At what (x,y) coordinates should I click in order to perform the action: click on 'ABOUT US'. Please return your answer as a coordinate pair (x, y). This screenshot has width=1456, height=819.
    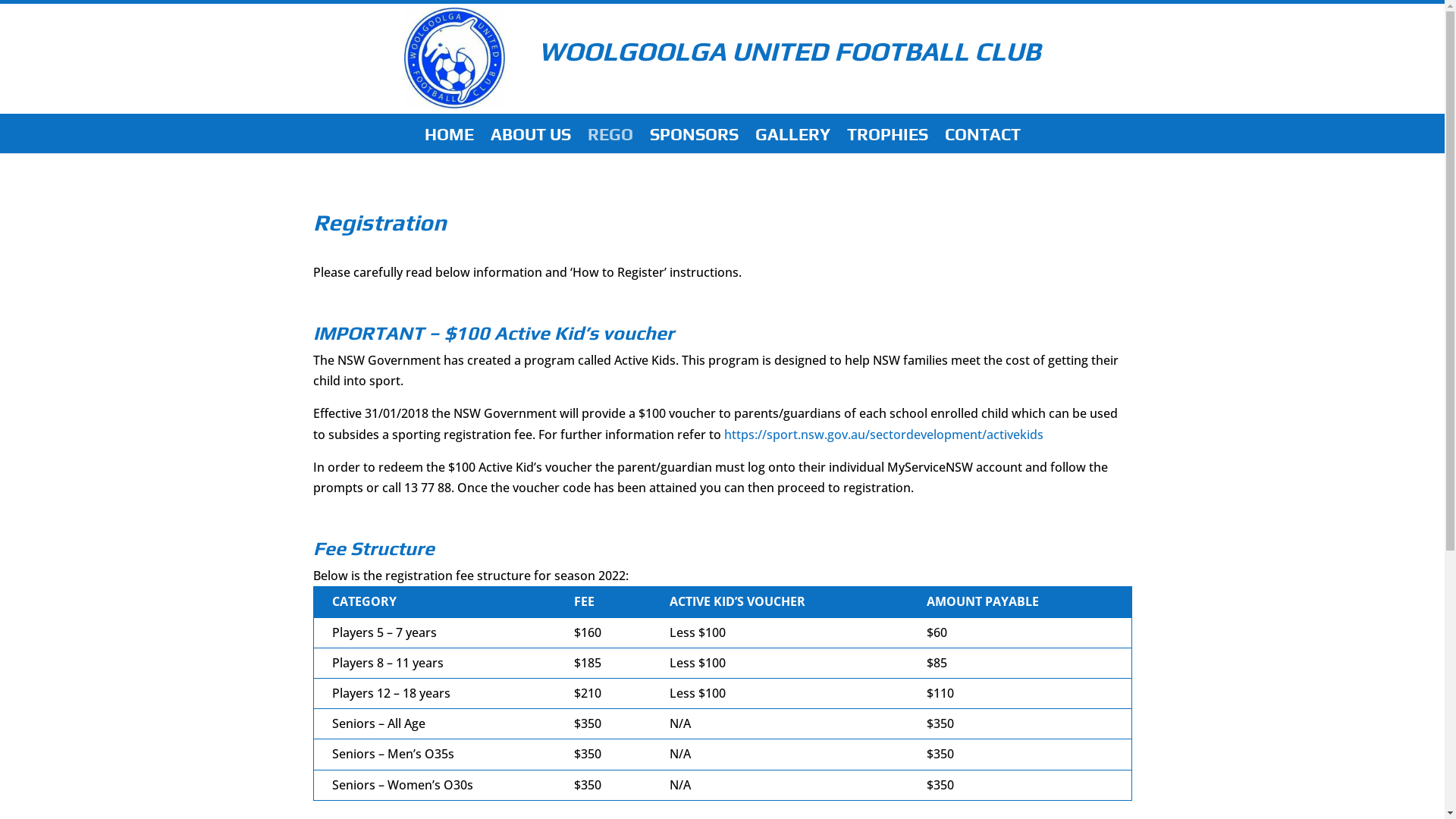
    Looking at the image, I should click on (530, 140).